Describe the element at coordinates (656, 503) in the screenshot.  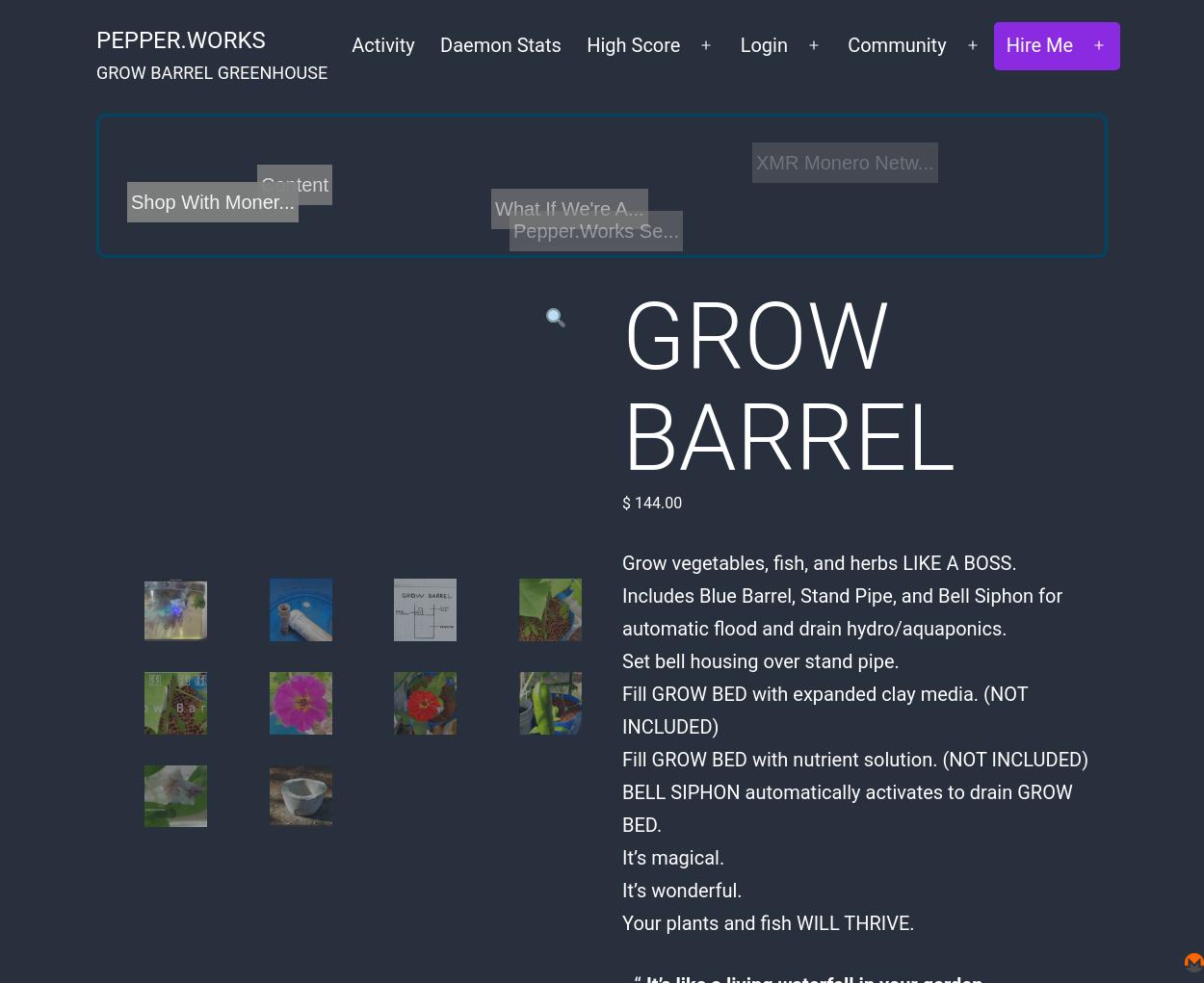
I see `'144.00'` at that location.